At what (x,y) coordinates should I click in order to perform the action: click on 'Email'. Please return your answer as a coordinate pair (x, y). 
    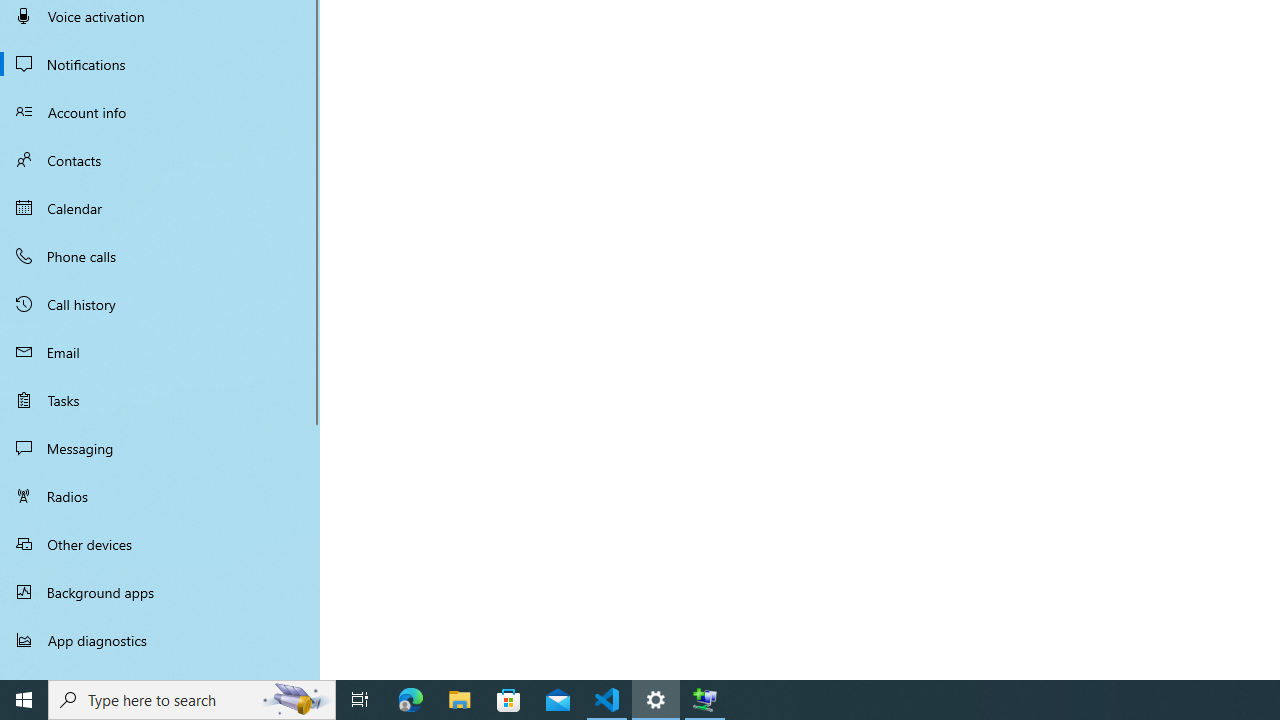
    Looking at the image, I should click on (160, 351).